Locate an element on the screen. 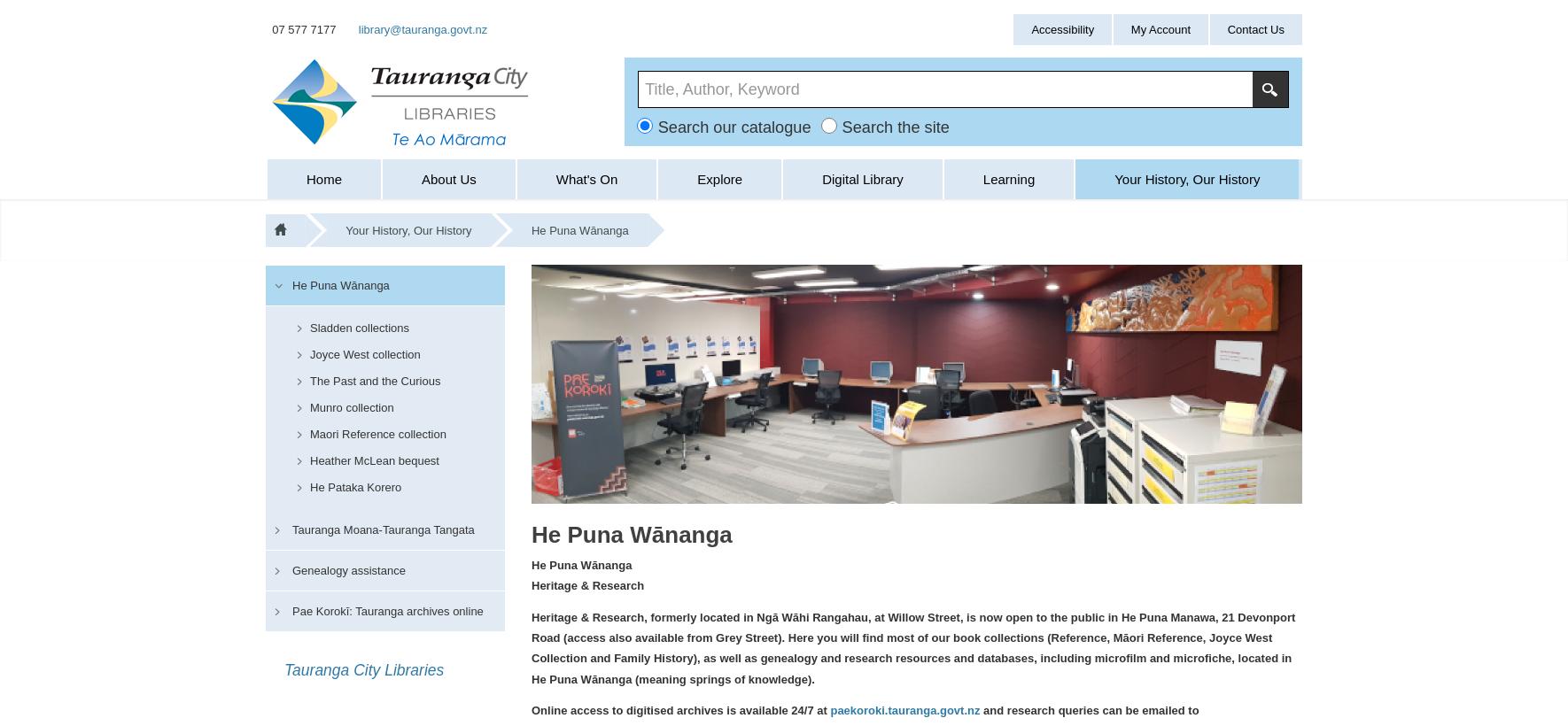  'Your History, Our History' is located at coordinates (344, 230).